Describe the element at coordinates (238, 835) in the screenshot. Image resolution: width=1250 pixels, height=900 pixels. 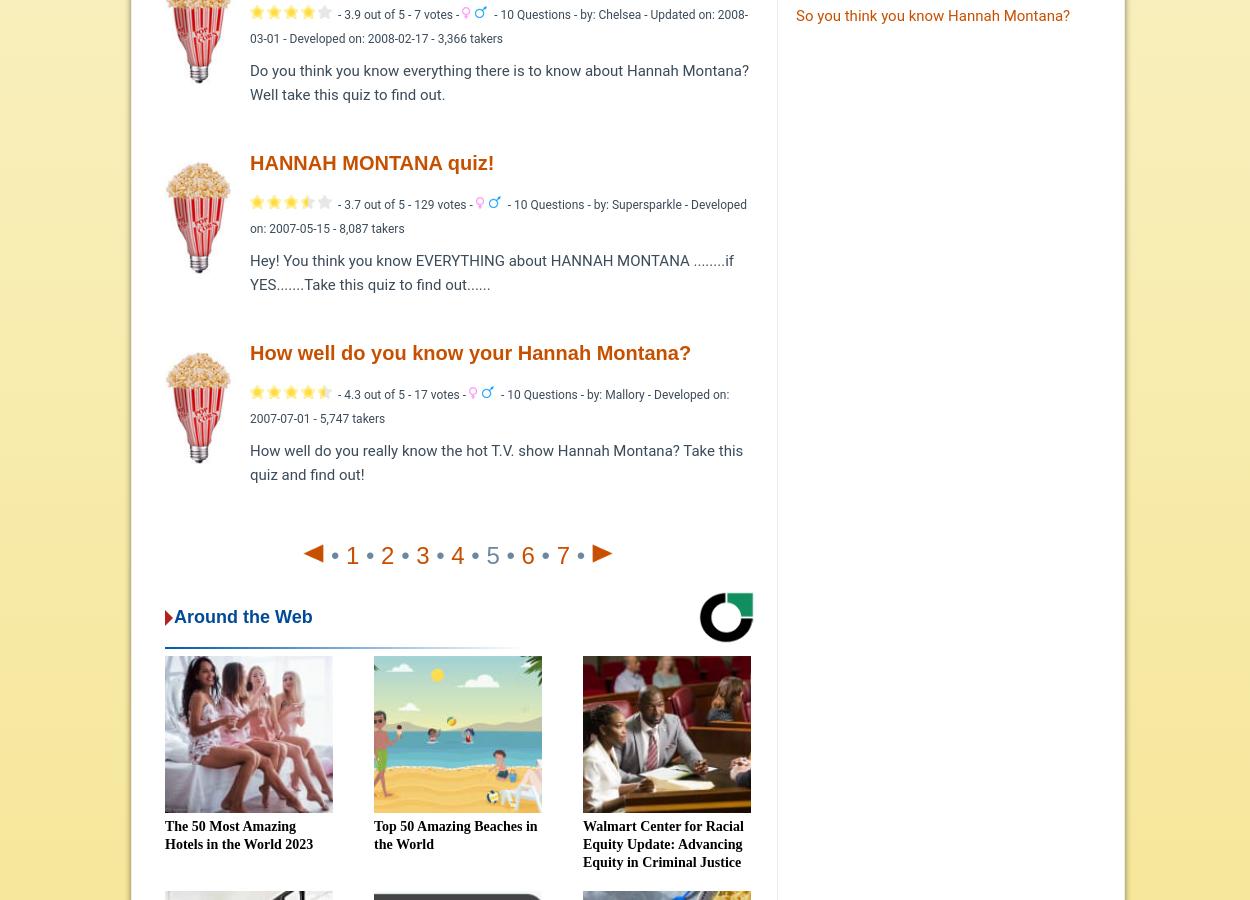
I see `'The 50 Most Amazing Hotels in the World 2023'` at that location.